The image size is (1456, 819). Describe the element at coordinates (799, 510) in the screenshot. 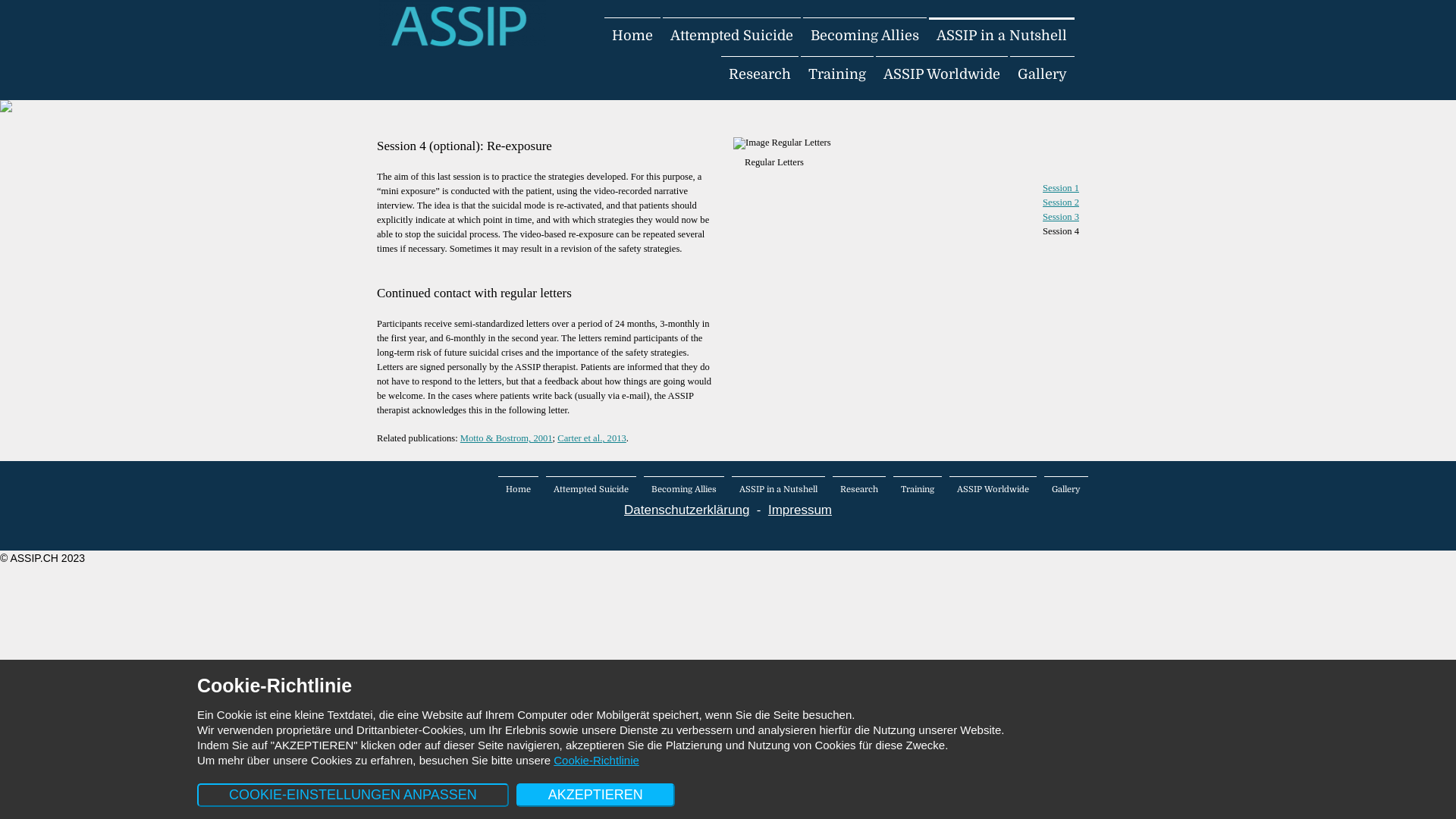

I see `'Impressum'` at that location.